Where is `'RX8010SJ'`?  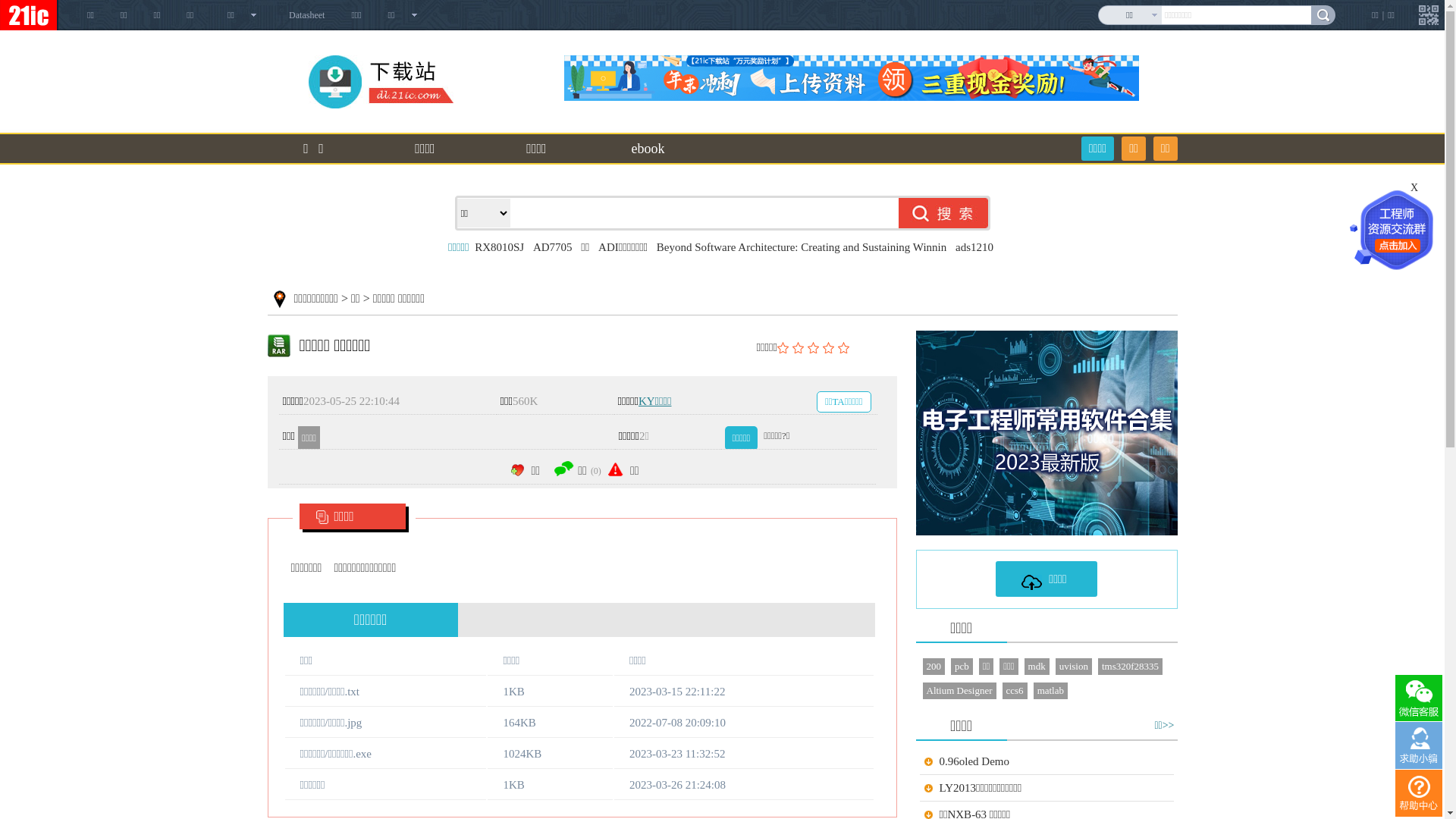
'RX8010SJ' is located at coordinates (499, 246).